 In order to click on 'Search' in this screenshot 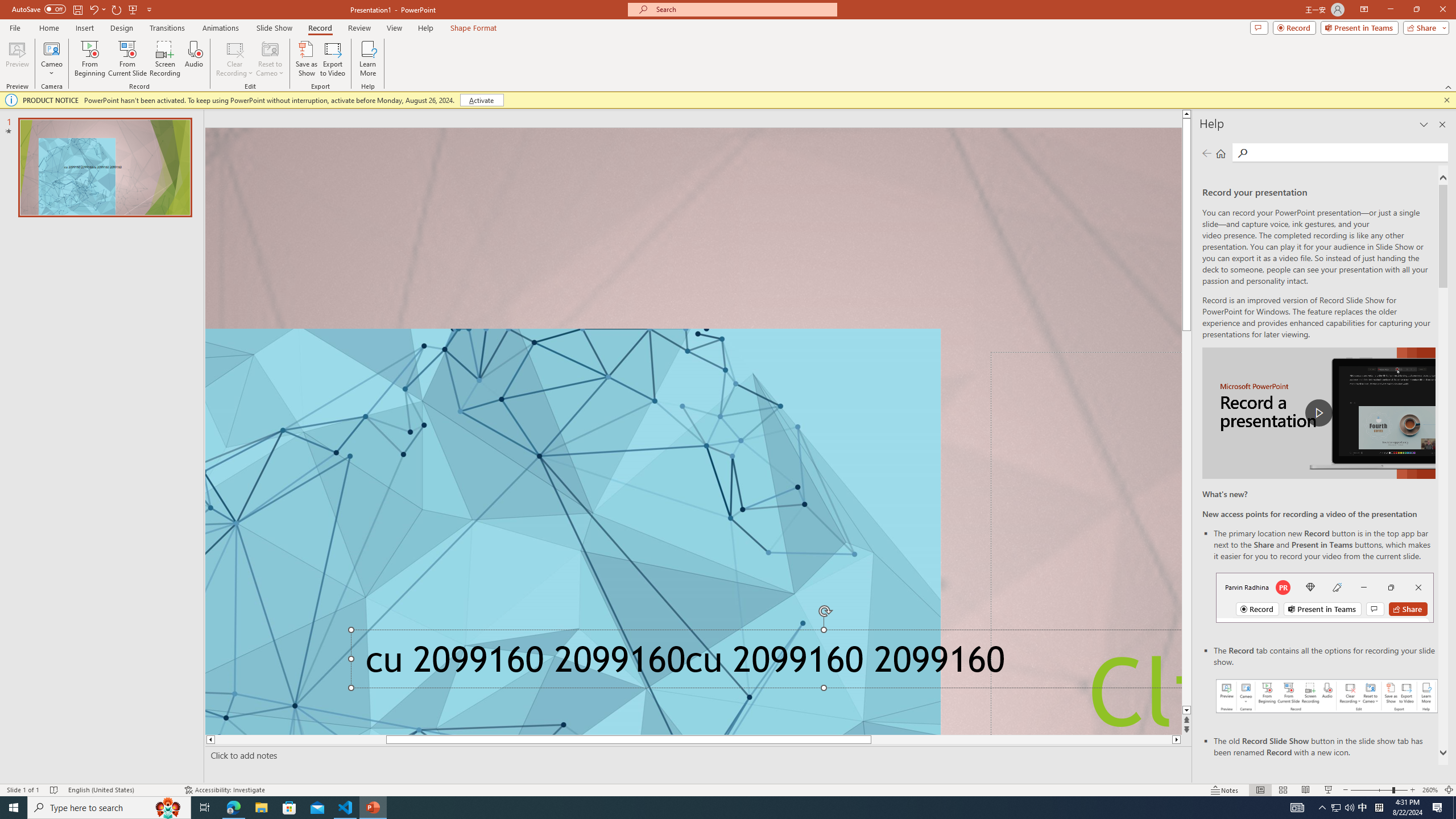, I will do `click(1241, 152)`.